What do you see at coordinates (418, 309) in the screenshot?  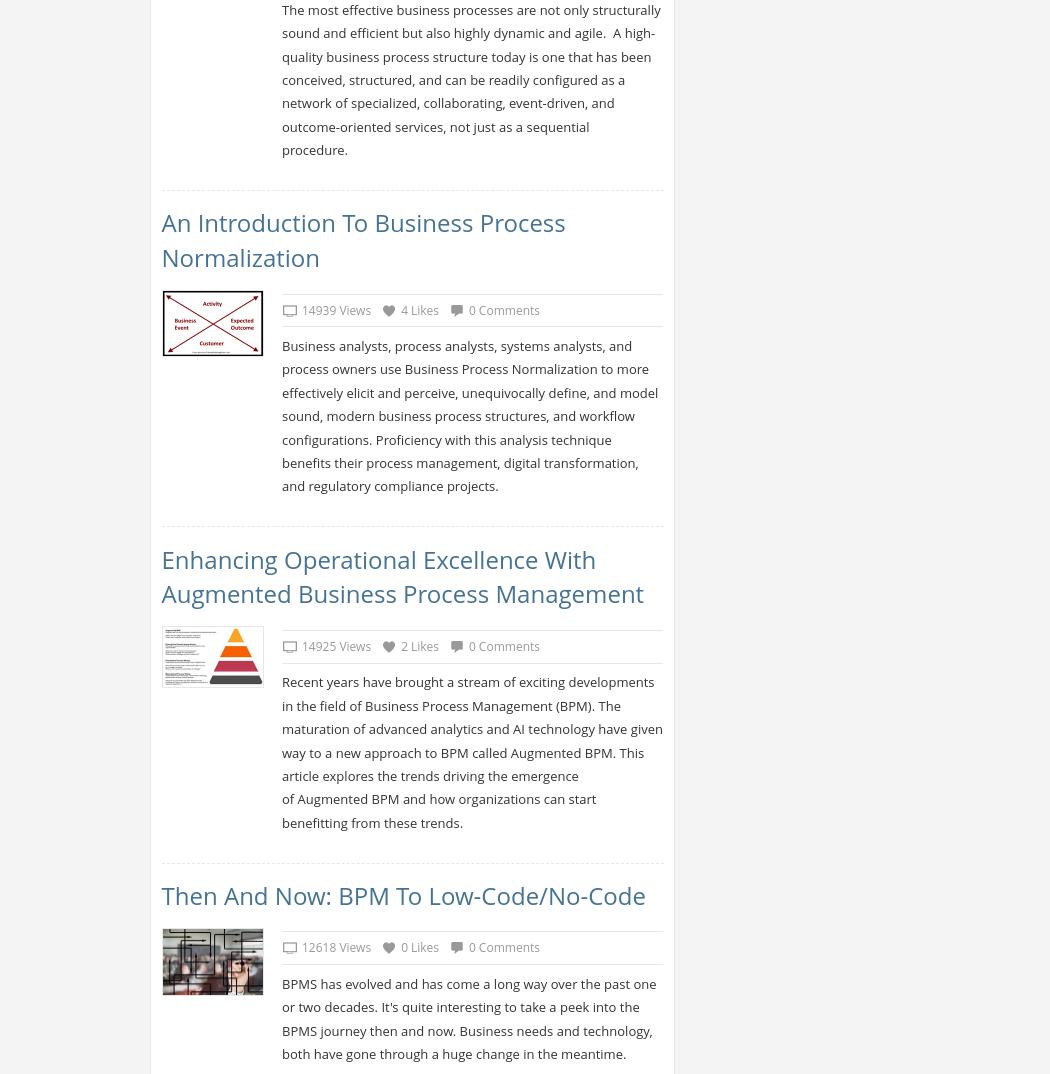 I see `'4 Likes'` at bounding box center [418, 309].